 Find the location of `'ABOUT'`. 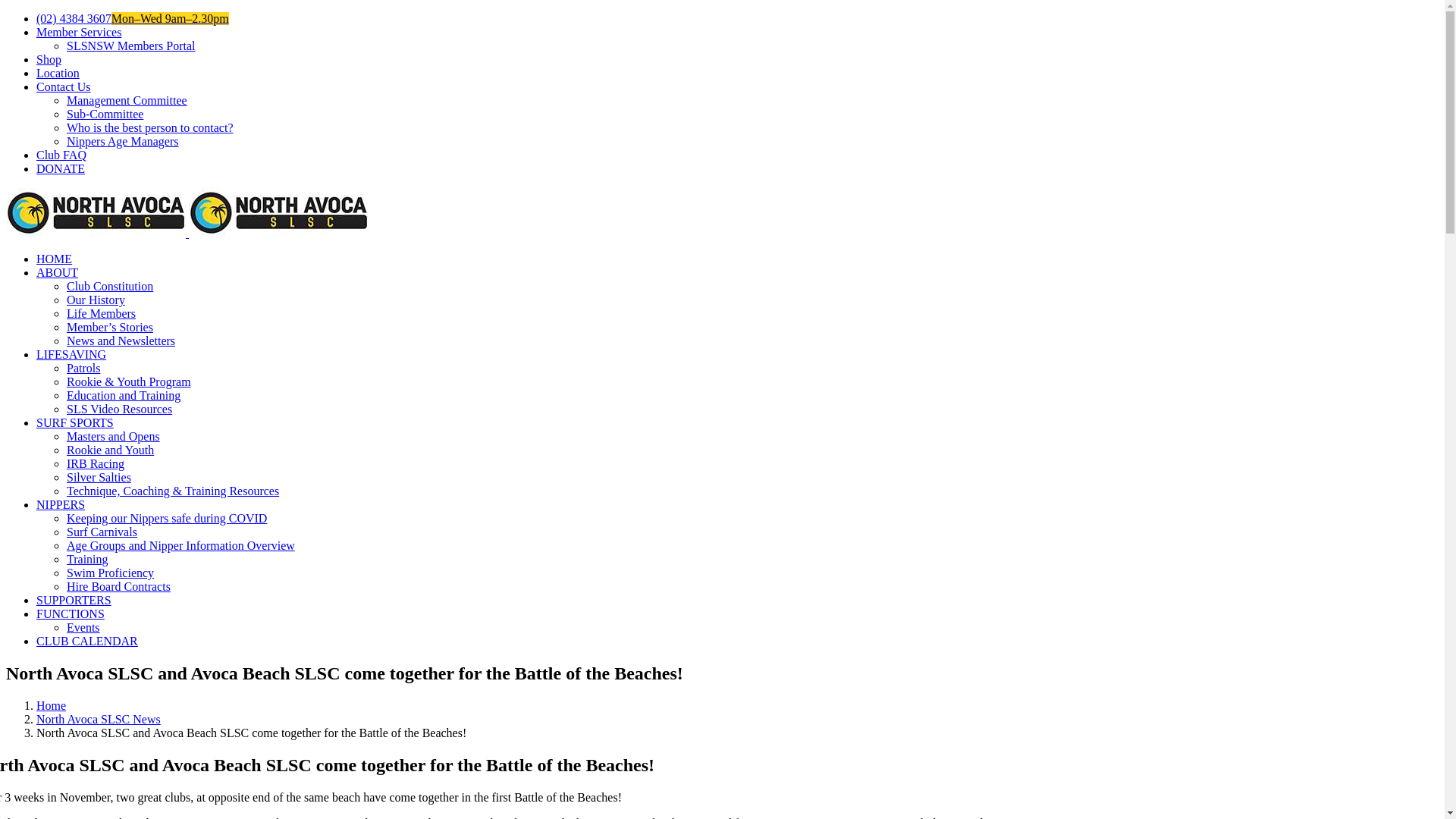

'ABOUT' is located at coordinates (57, 271).